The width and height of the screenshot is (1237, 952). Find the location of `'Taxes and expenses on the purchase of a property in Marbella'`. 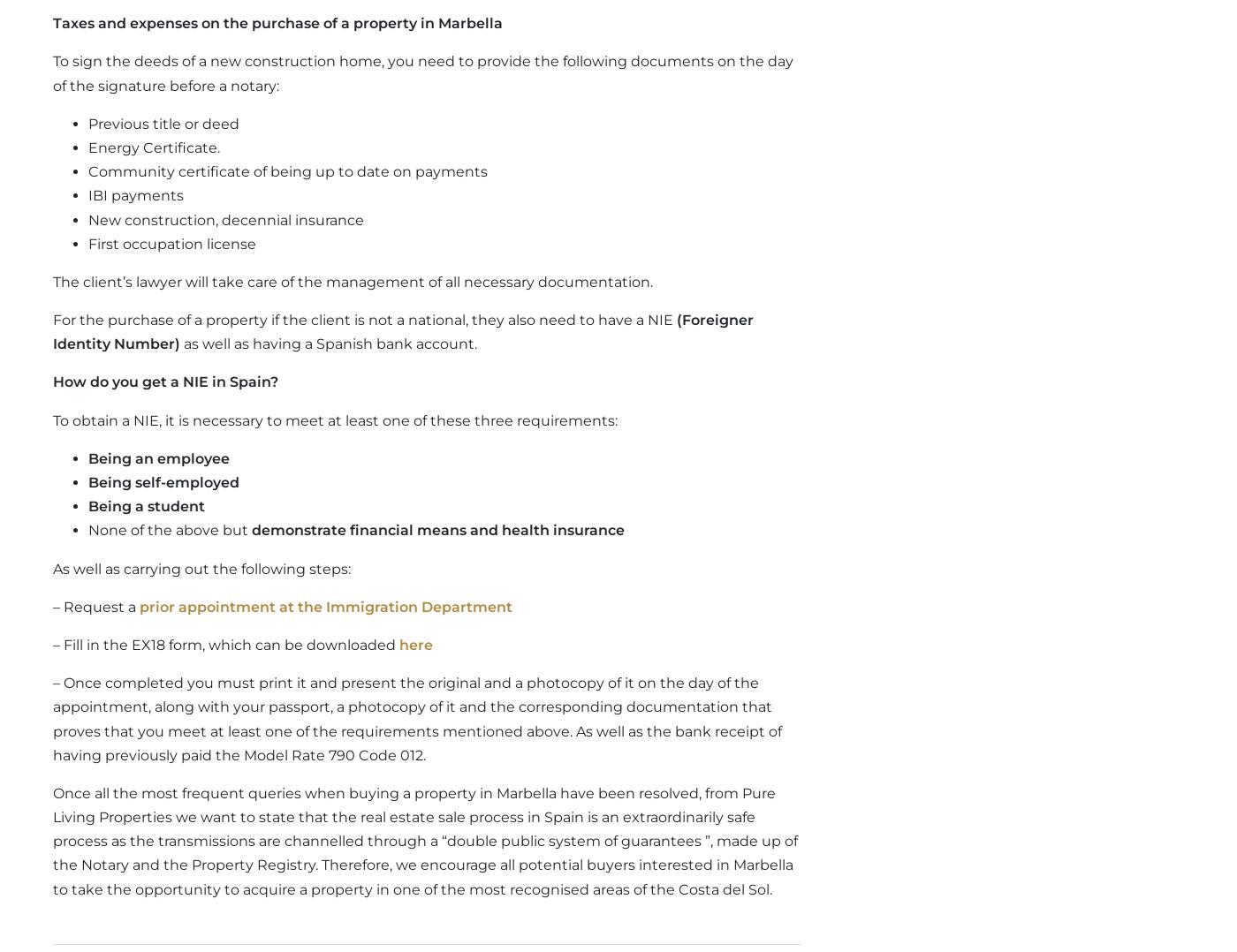

'Taxes and expenses on the purchase of a property in Marbella' is located at coordinates (277, 22).